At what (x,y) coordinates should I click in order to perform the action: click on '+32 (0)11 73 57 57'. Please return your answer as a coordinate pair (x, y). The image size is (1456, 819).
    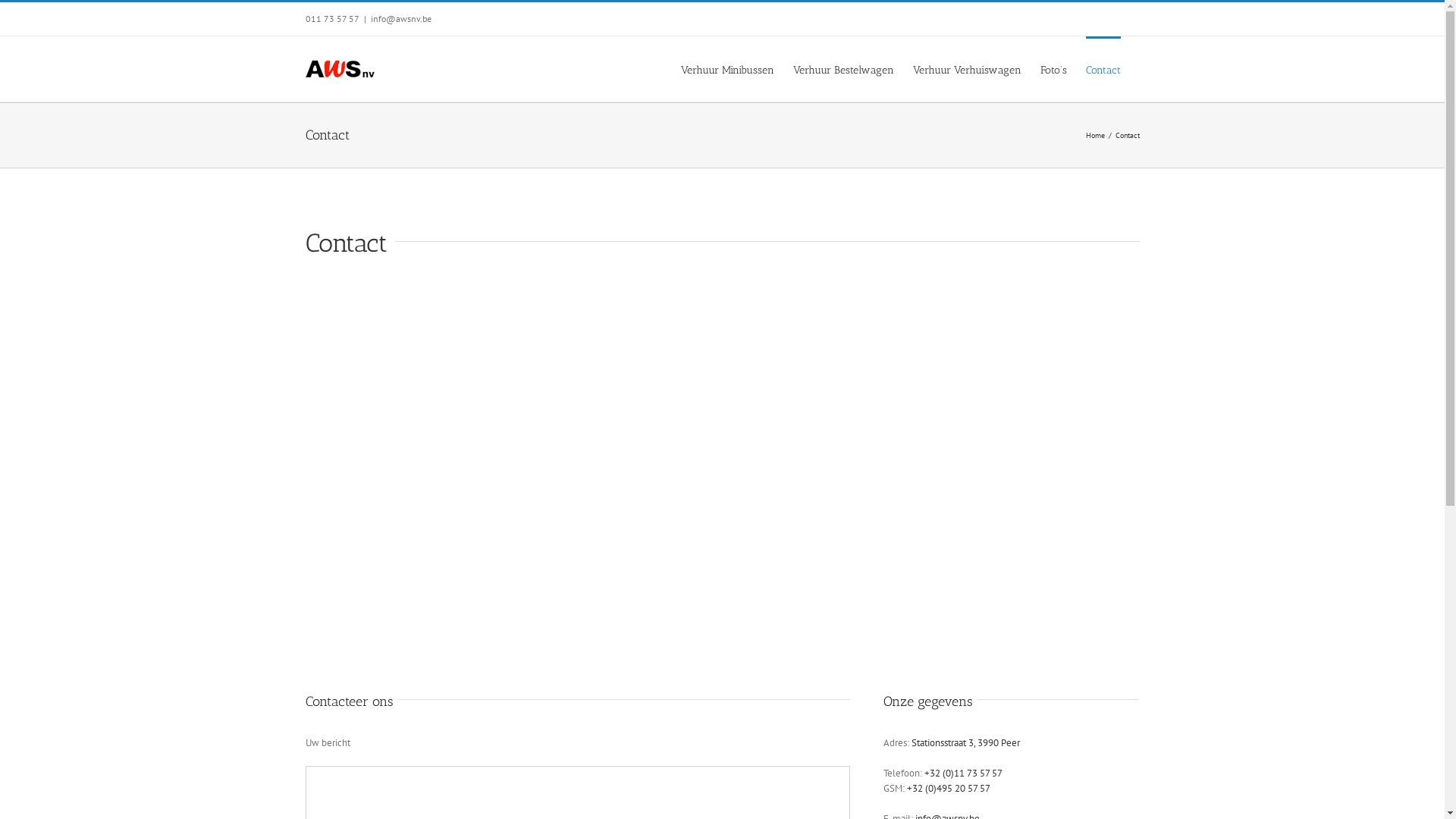
    Looking at the image, I should click on (962, 773).